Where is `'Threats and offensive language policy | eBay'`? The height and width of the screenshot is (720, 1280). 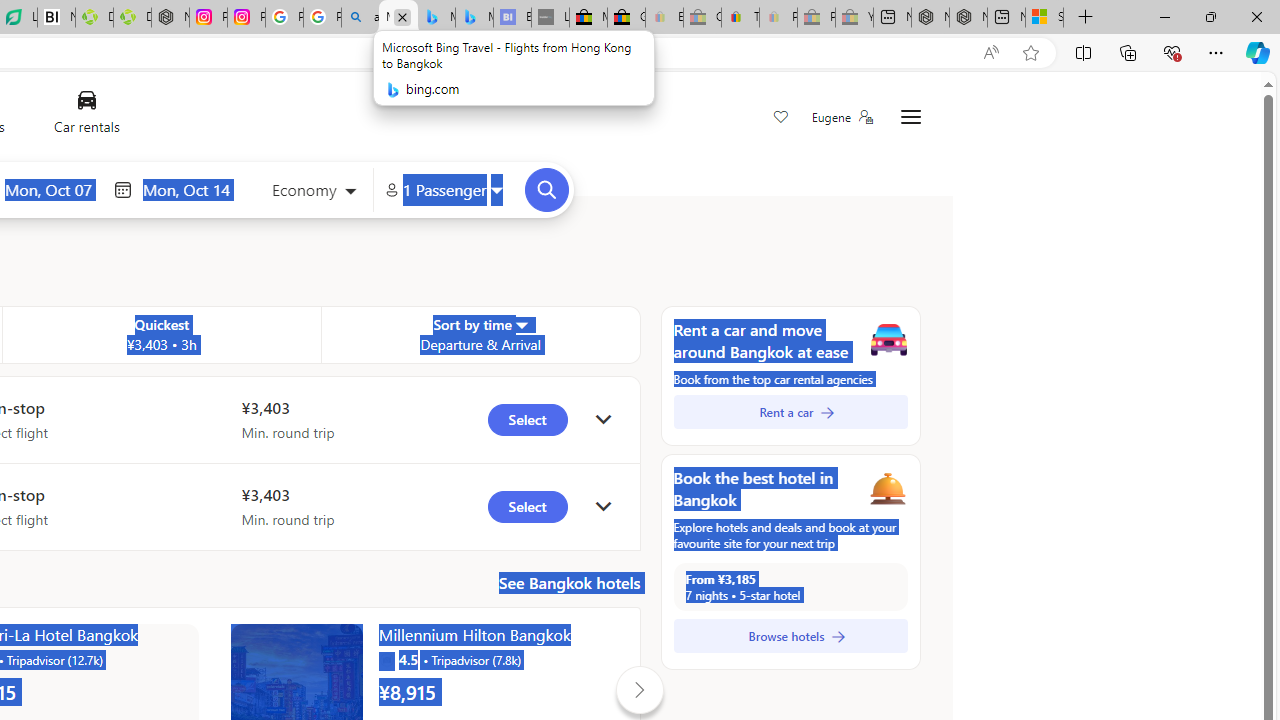 'Threats and offensive language policy | eBay' is located at coordinates (739, 17).